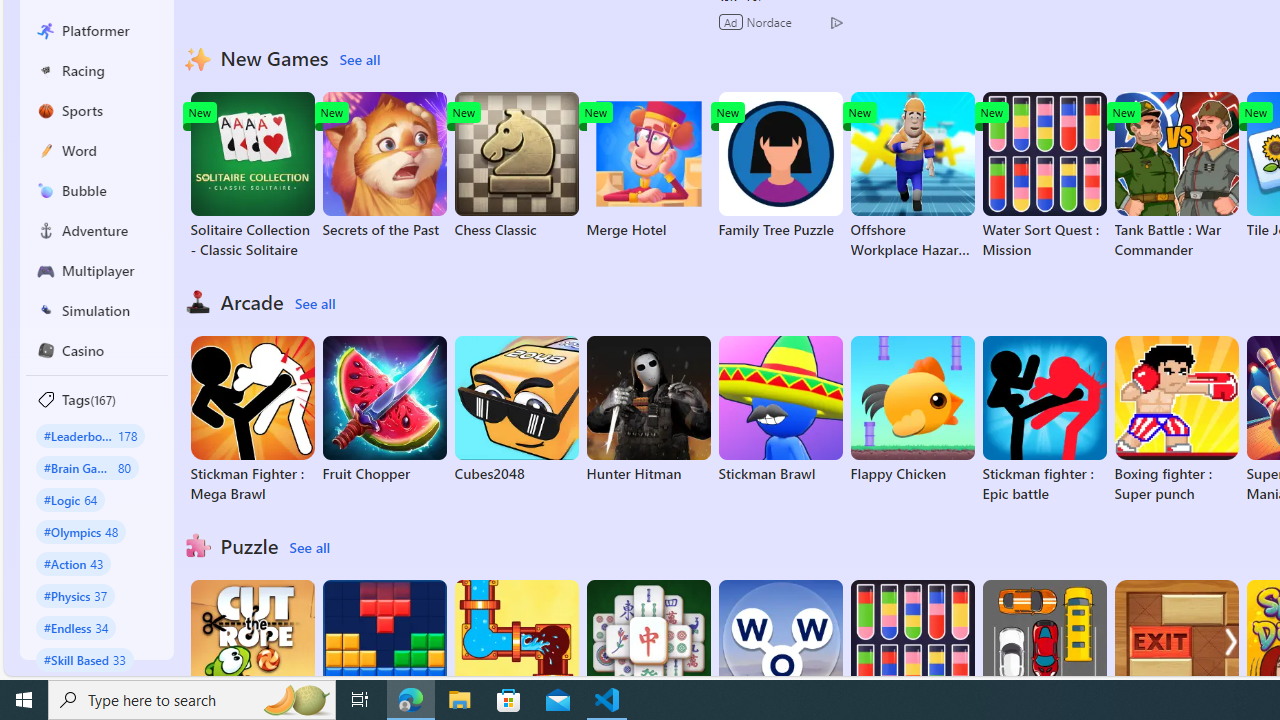  Describe the element at coordinates (779, 409) in the screenshot. I see `'Stickman Brawl'` at that location.